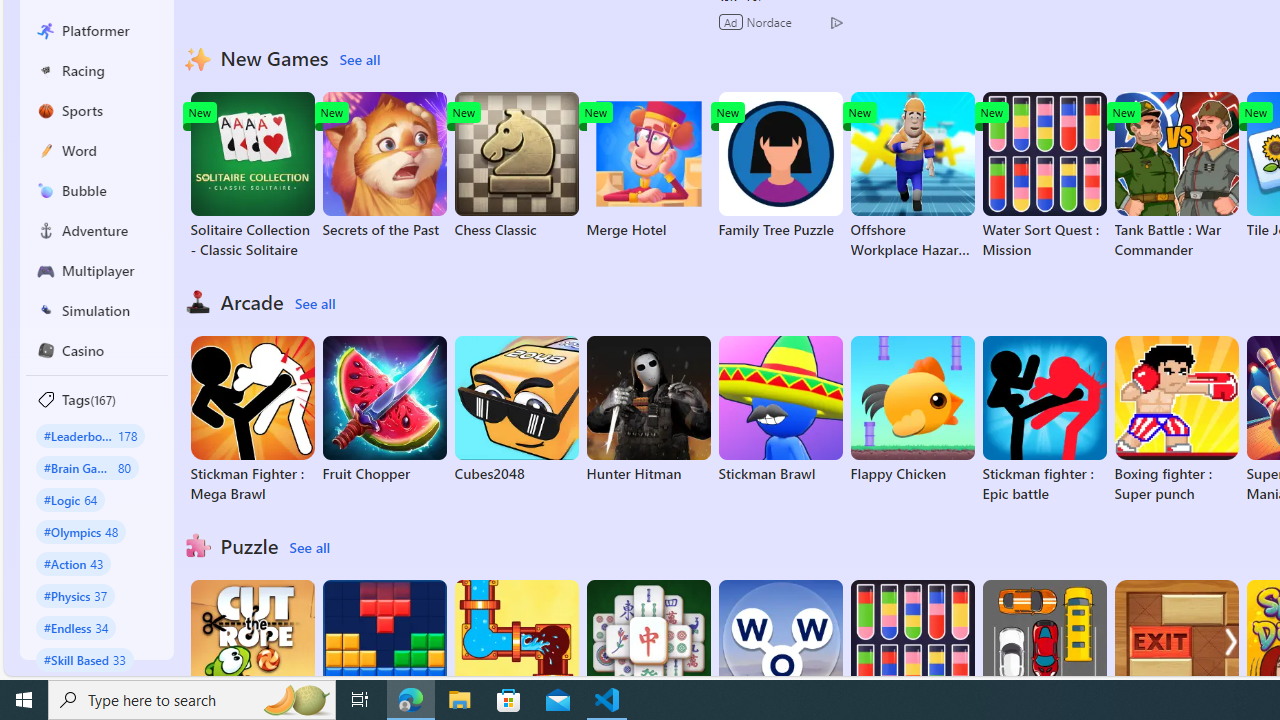  Describe the element at coordinates (779, 409) in the screenshot. I see `'Stickman Brawl'` at that location.